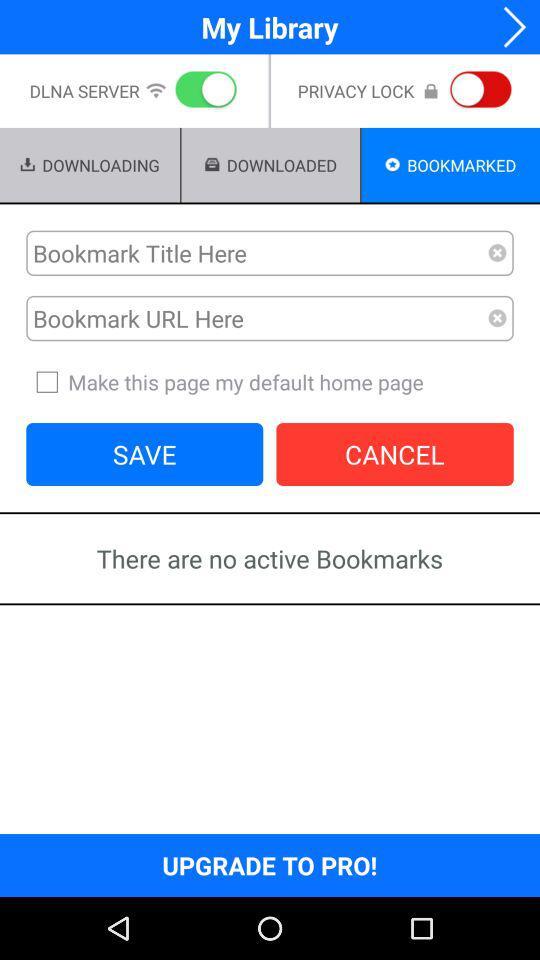  What do you see at coordinates (476, 91) in the screenshot?
I see `icon above the bookmarked item` at bounding box center [476, 91].